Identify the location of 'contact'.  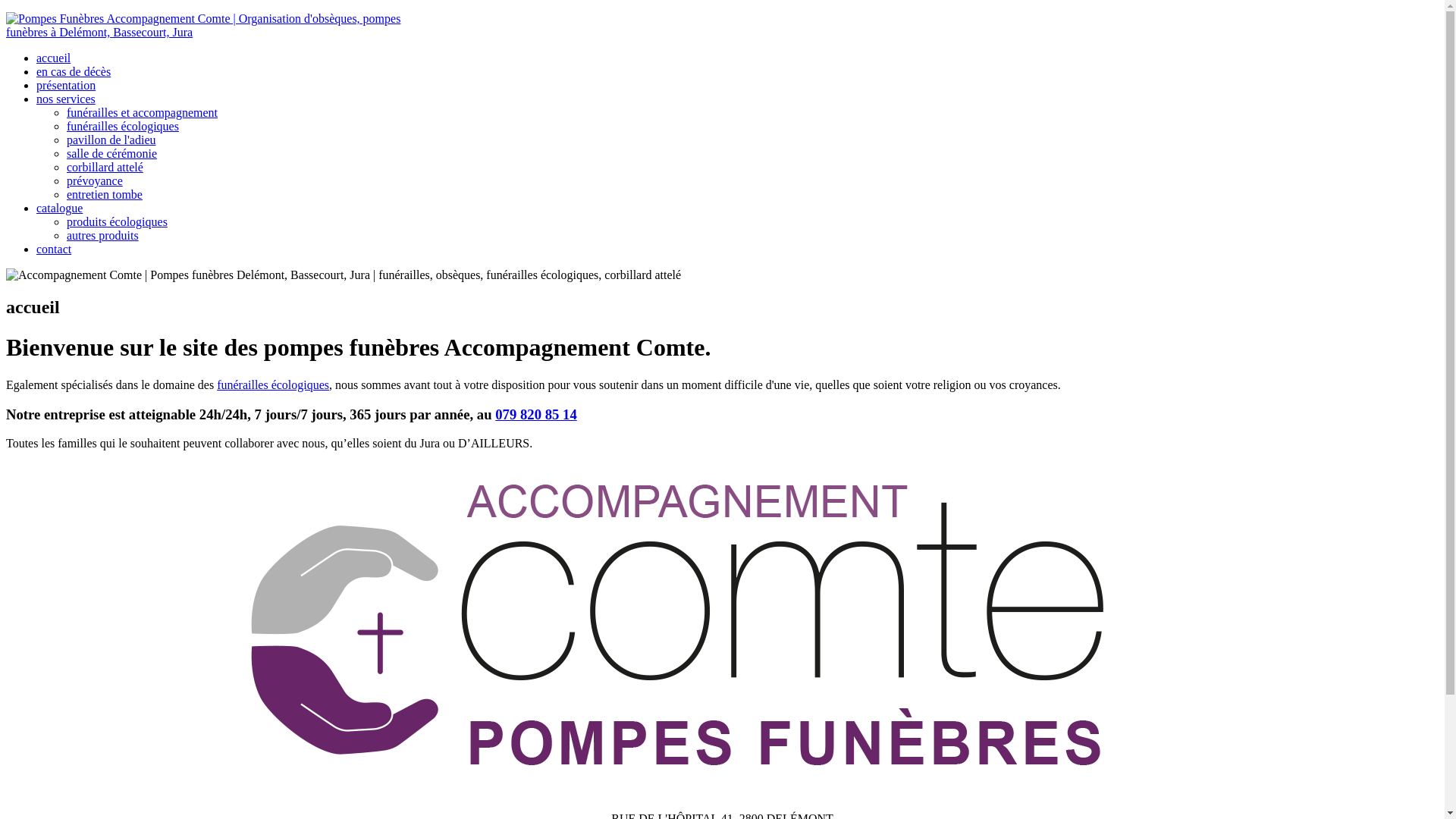
(54, 248).